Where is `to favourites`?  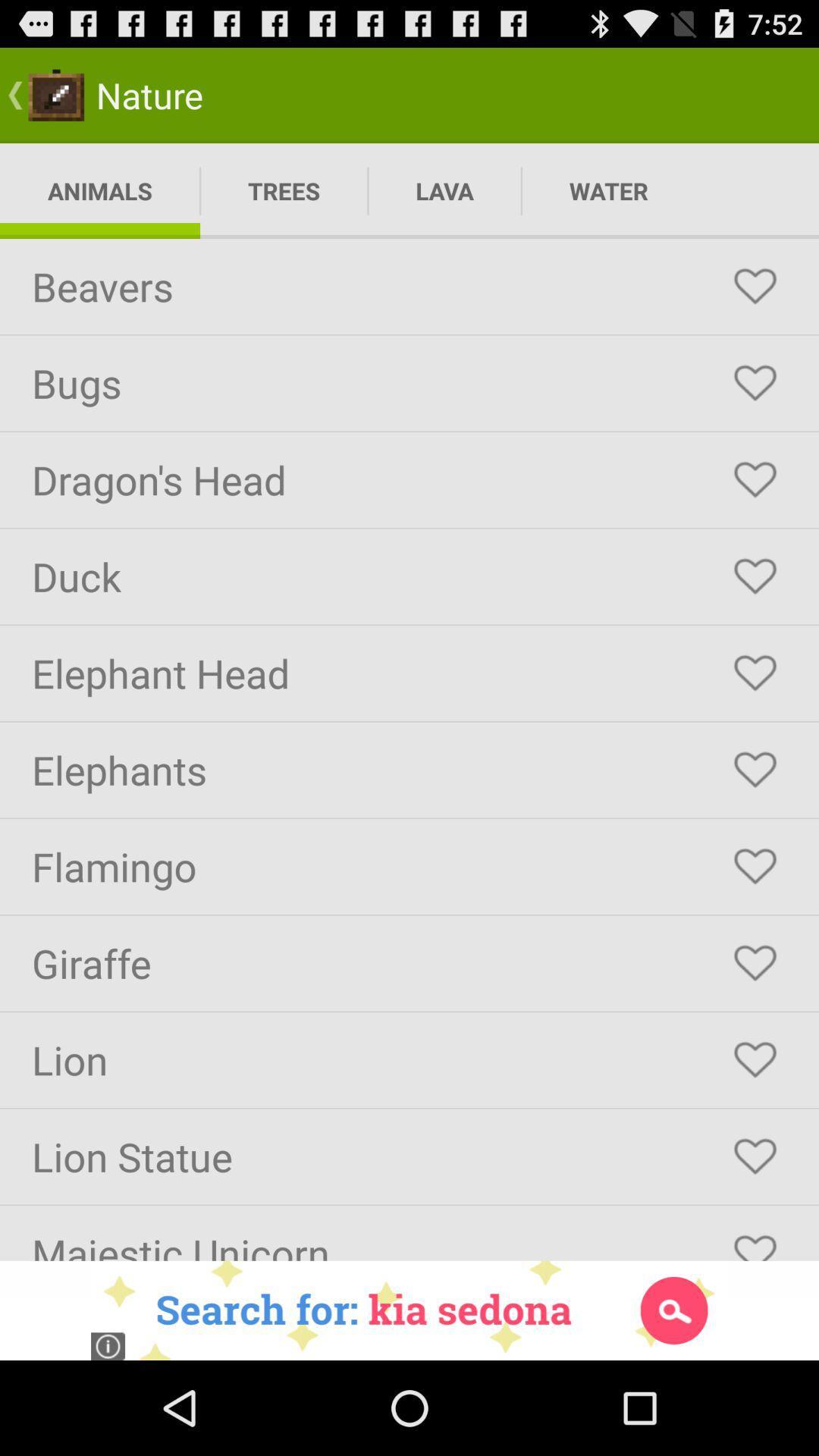
to favourites is located at coordinates (755, 576).